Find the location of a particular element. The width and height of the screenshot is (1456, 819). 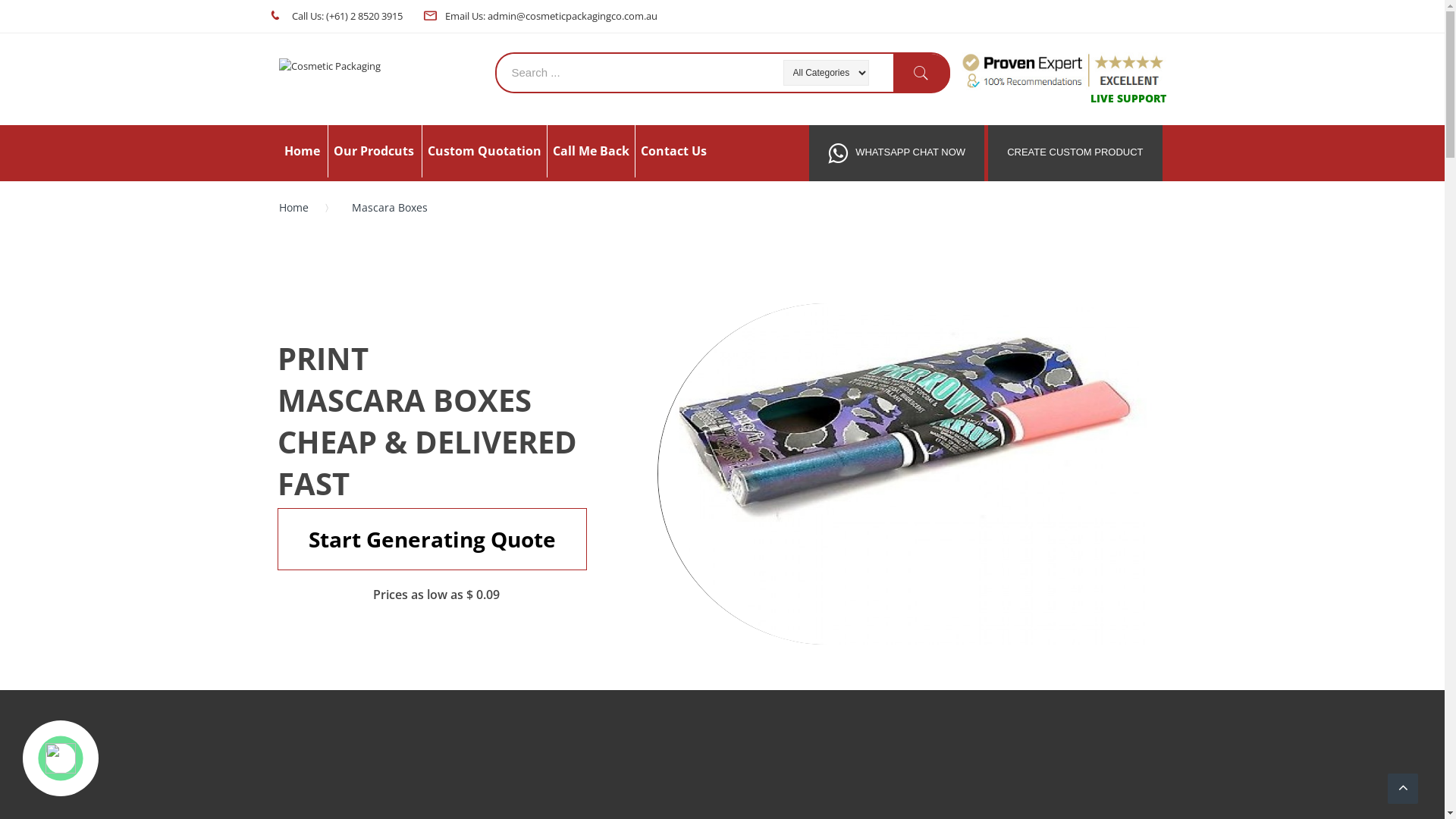

'Cosmetic Packaging ' is located at coordinates (381, 65).